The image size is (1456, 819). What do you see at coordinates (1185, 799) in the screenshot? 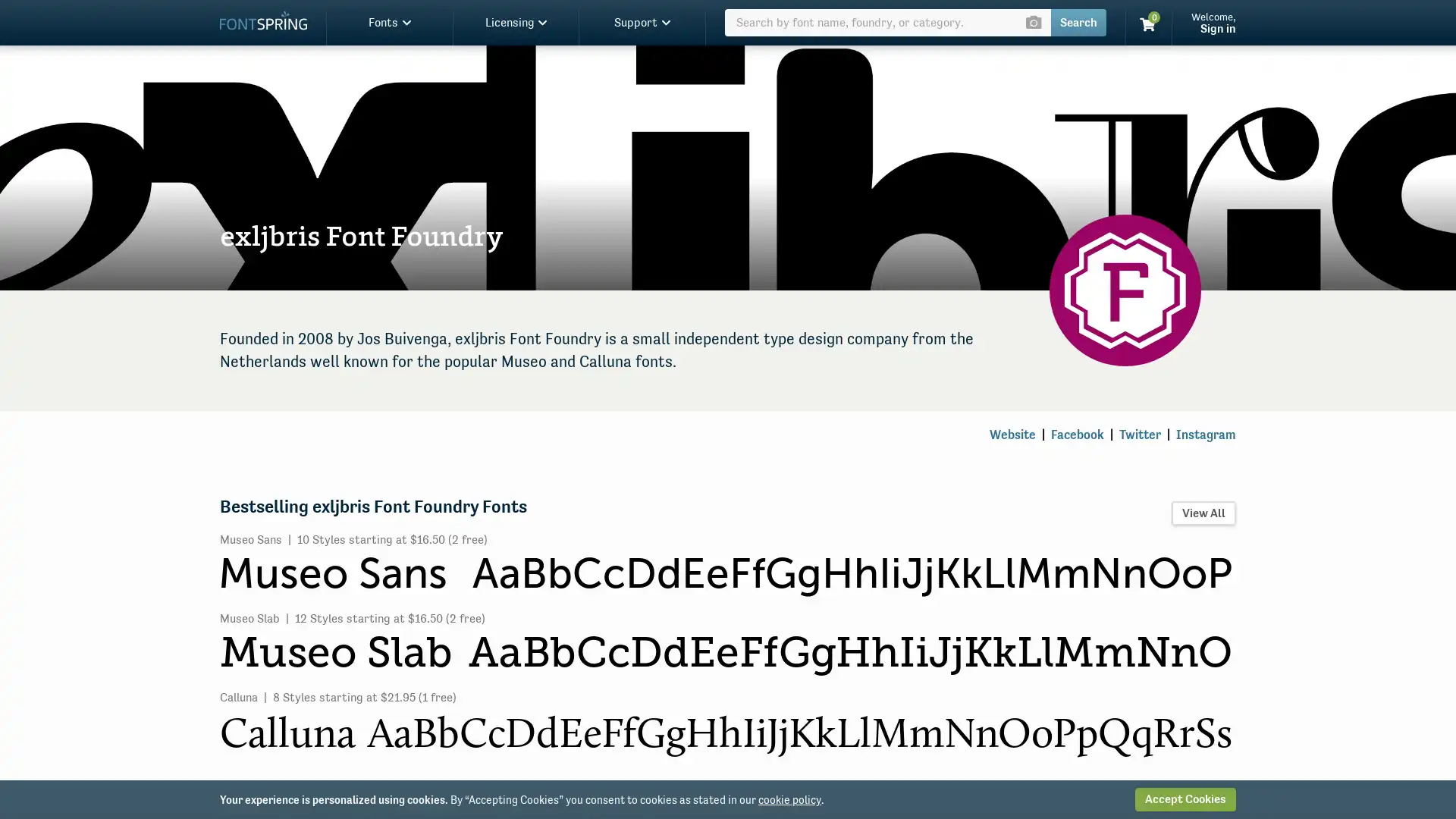
I see `Accept Cookies` at bounding box center [1185, 799].